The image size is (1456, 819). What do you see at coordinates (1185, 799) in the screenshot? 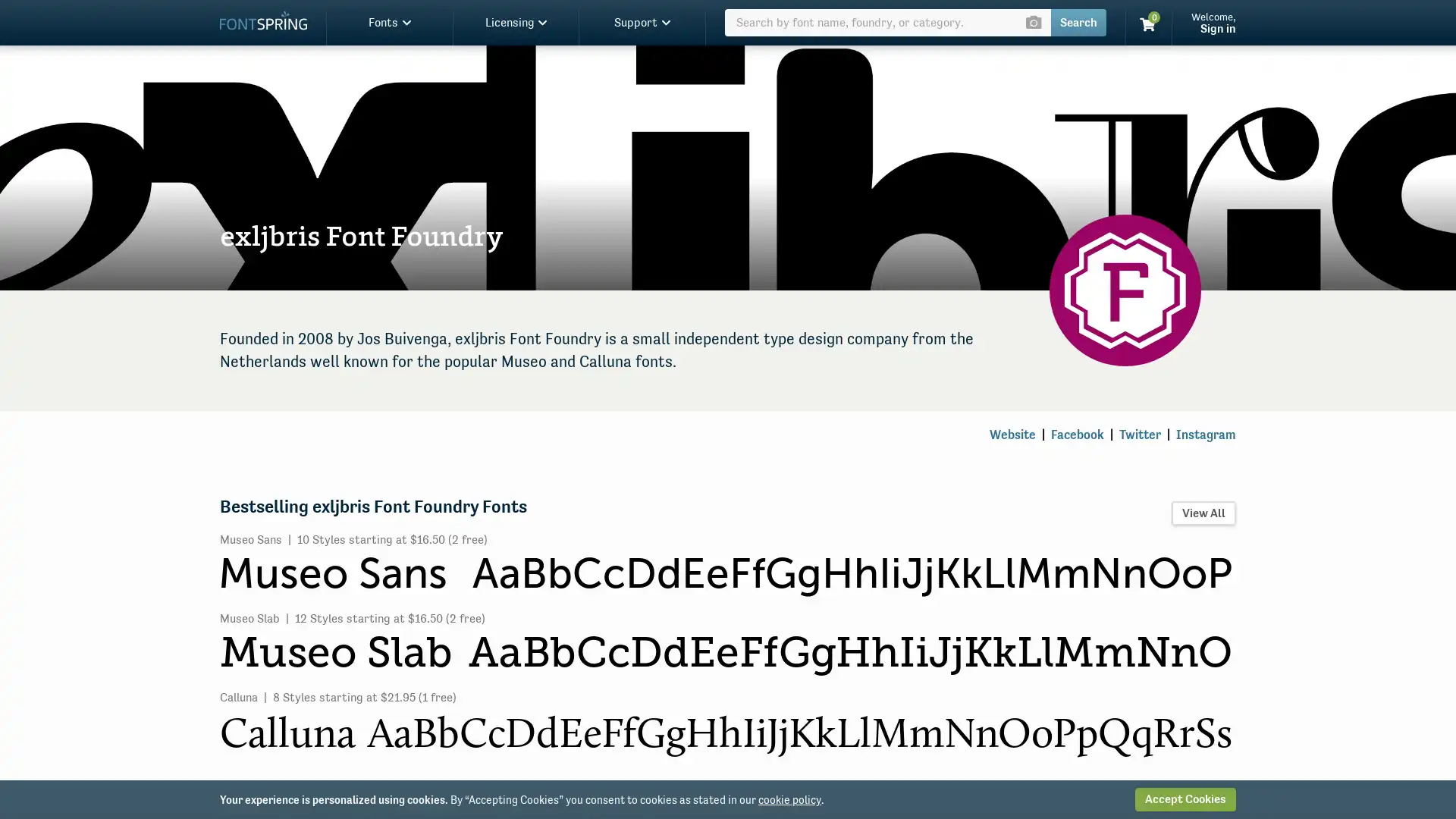
I see `Accept Cookies` at bounding box center [1185, 799].